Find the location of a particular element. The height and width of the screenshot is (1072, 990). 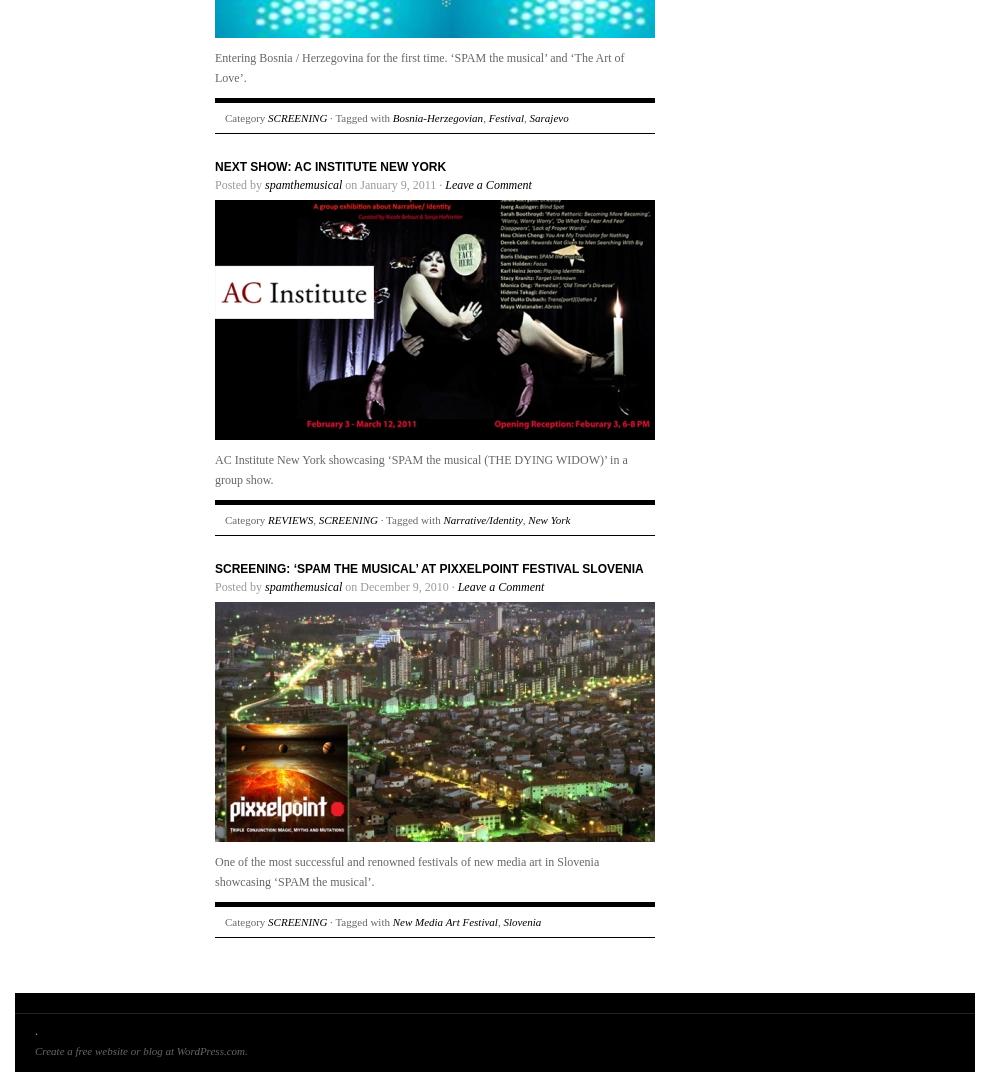

'SCREENING: ‘SPAM the musical’ at Pixxelpoint Festival Slovenia' is located at coordinates (427, 568).